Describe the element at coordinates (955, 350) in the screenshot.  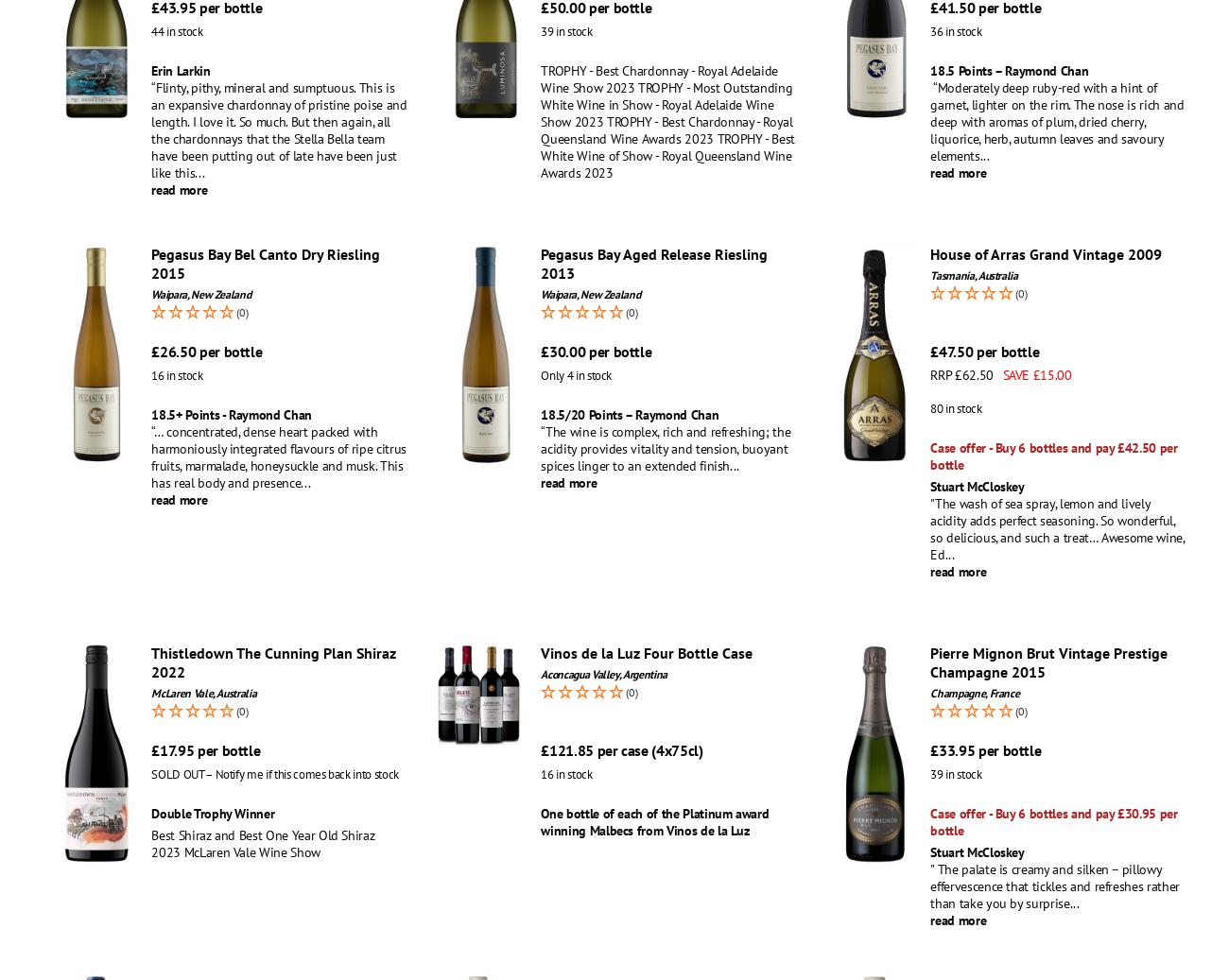
I see `'47.50'` at that location.